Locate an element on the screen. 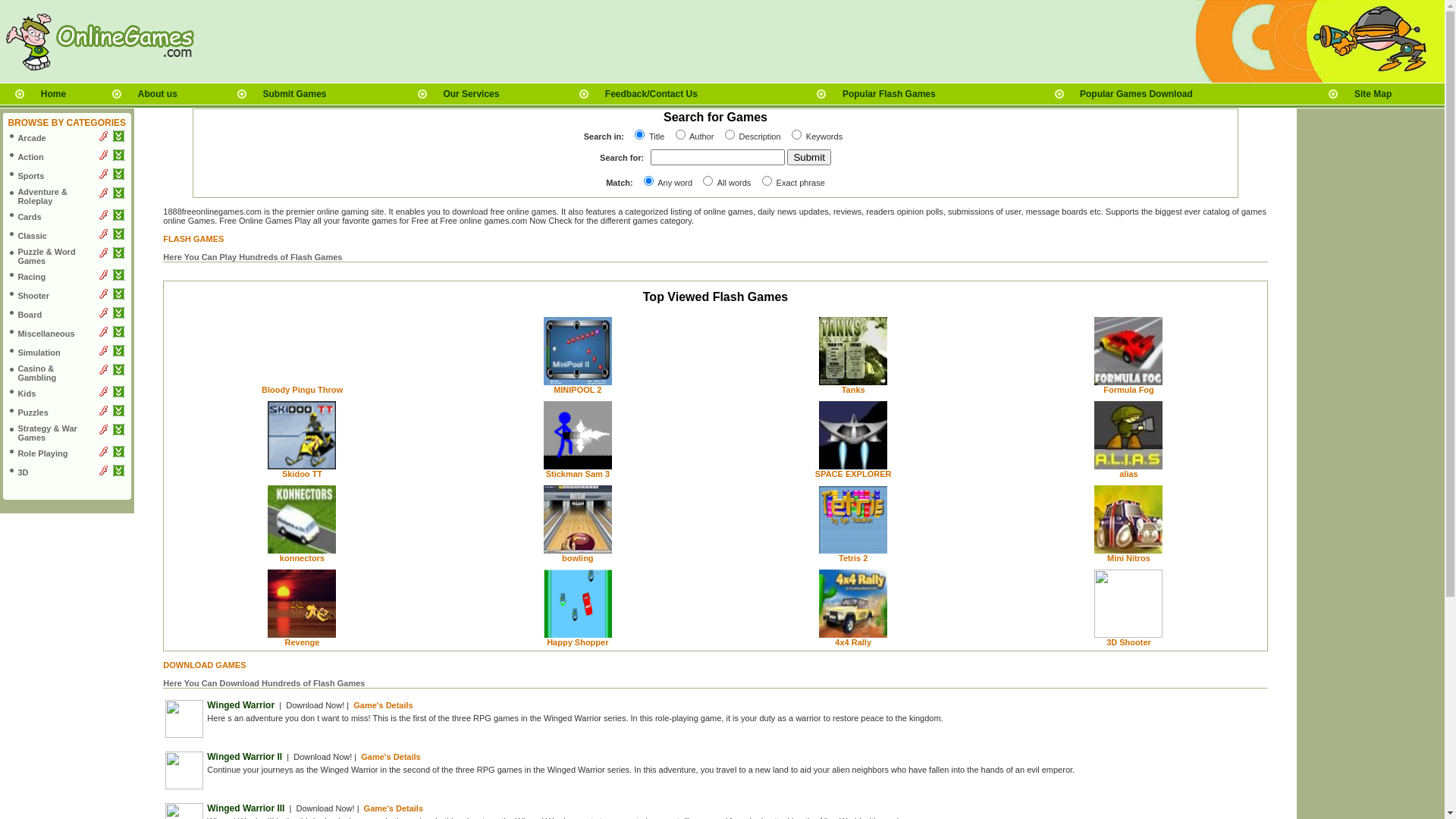  'Game's Details' is located at coordinates (390, 757).